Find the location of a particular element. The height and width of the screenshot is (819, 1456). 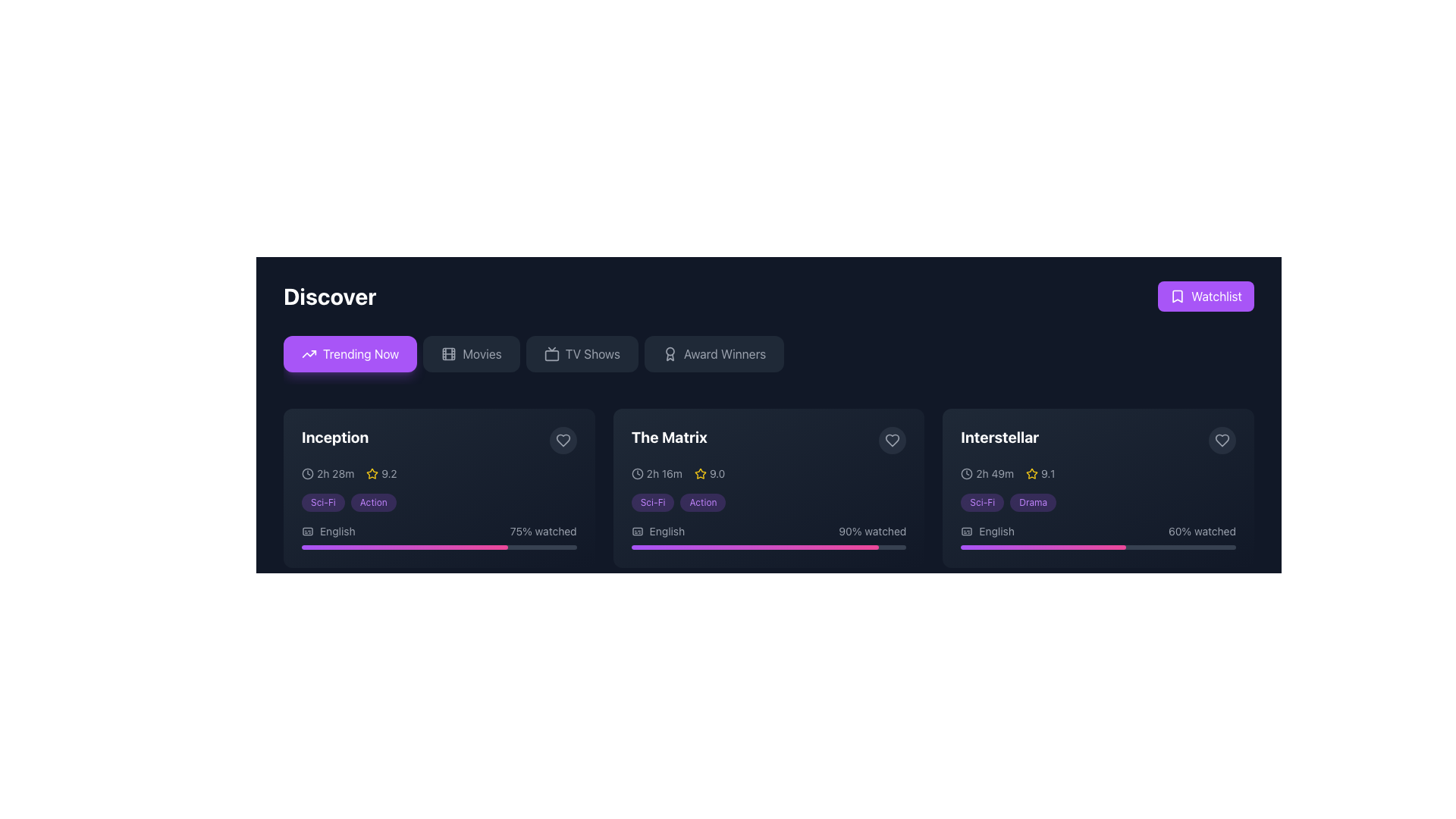

the thin horizontal progress bar styled with a gradient from purple to pink, located below the '75% watched' label for the movie 'Inception' is located at coordinates (438, 547).